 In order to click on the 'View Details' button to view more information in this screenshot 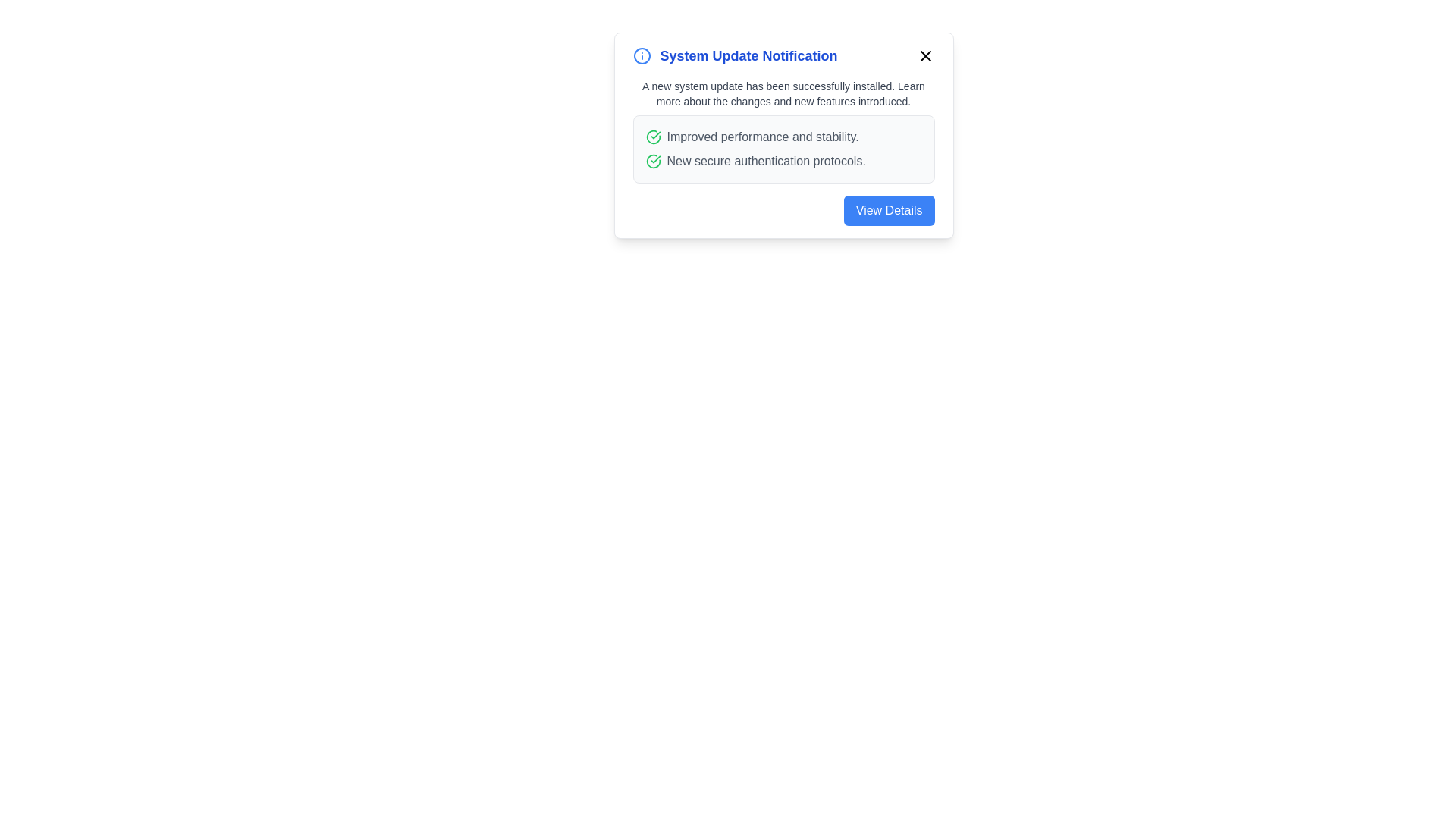, I will do `click(889, 210)`.